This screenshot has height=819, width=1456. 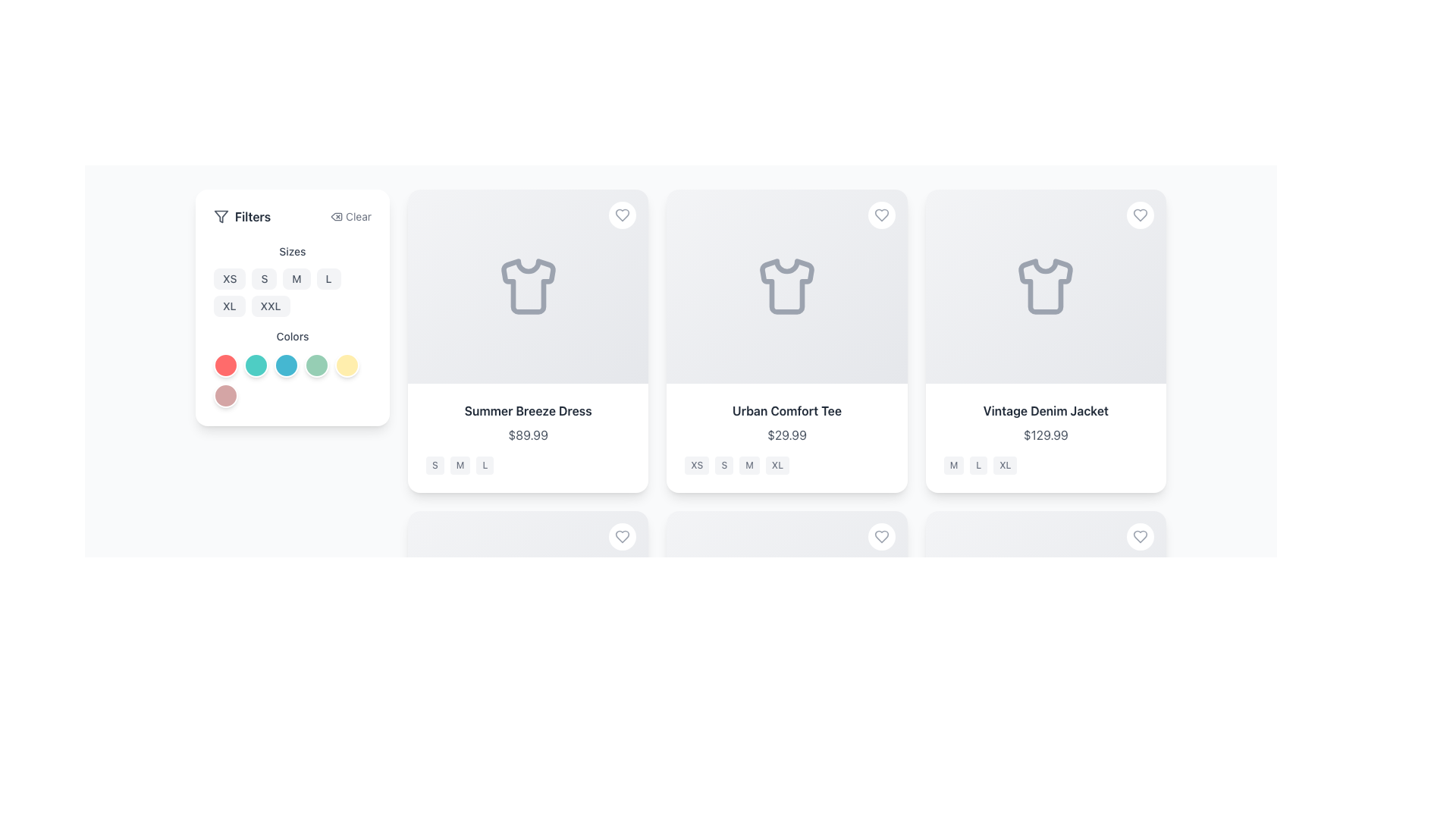 I want to click on the 'Filters' label, which is a bold dark gray text element located to the right of the filter icon in the filter panel, so click(x=253, y=216).